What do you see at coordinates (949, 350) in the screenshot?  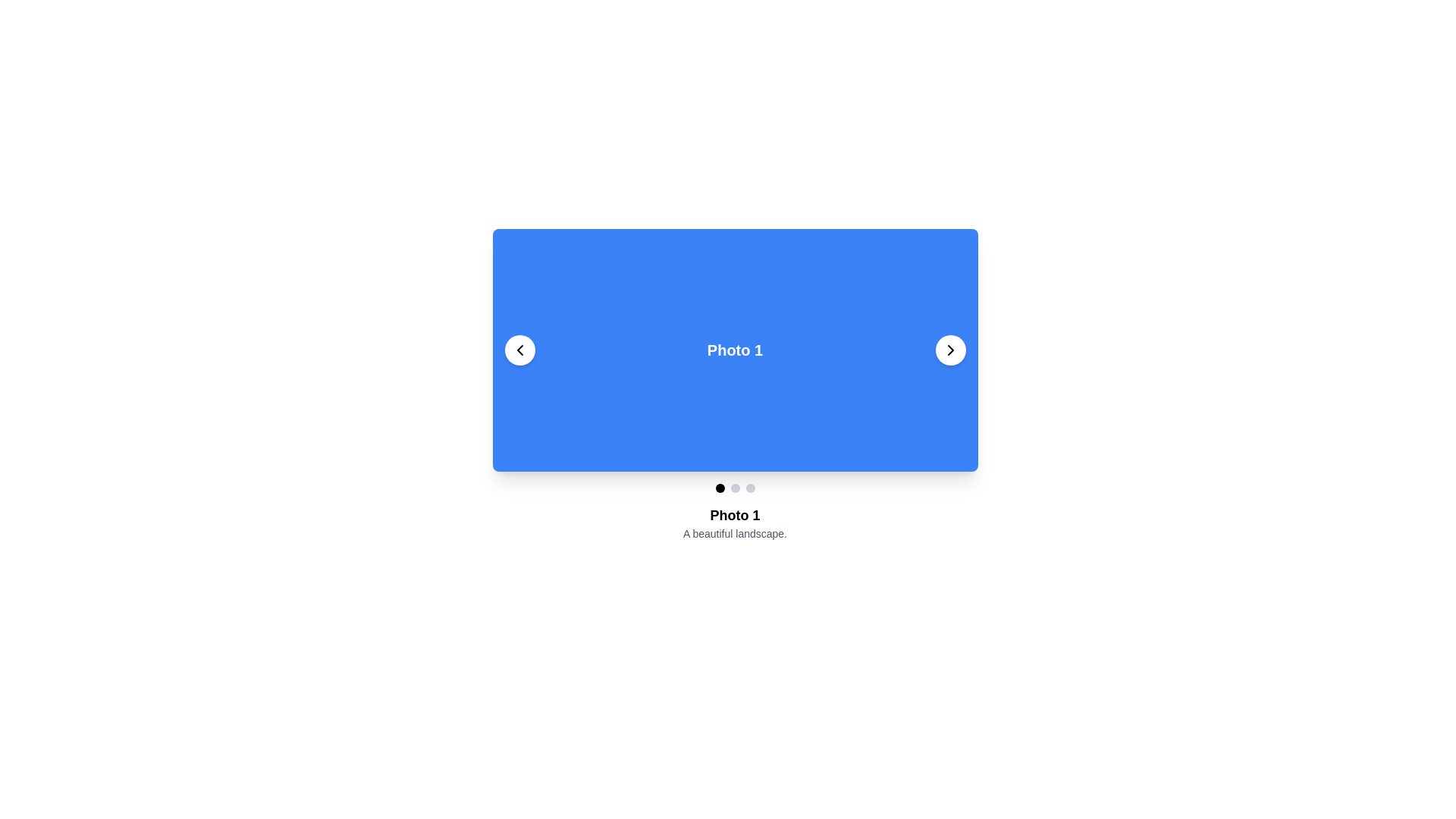 I see `the rounded circular button with a white background and a black arrow pointing to the right for keyboard navigation` at bounding box center [949, 350].